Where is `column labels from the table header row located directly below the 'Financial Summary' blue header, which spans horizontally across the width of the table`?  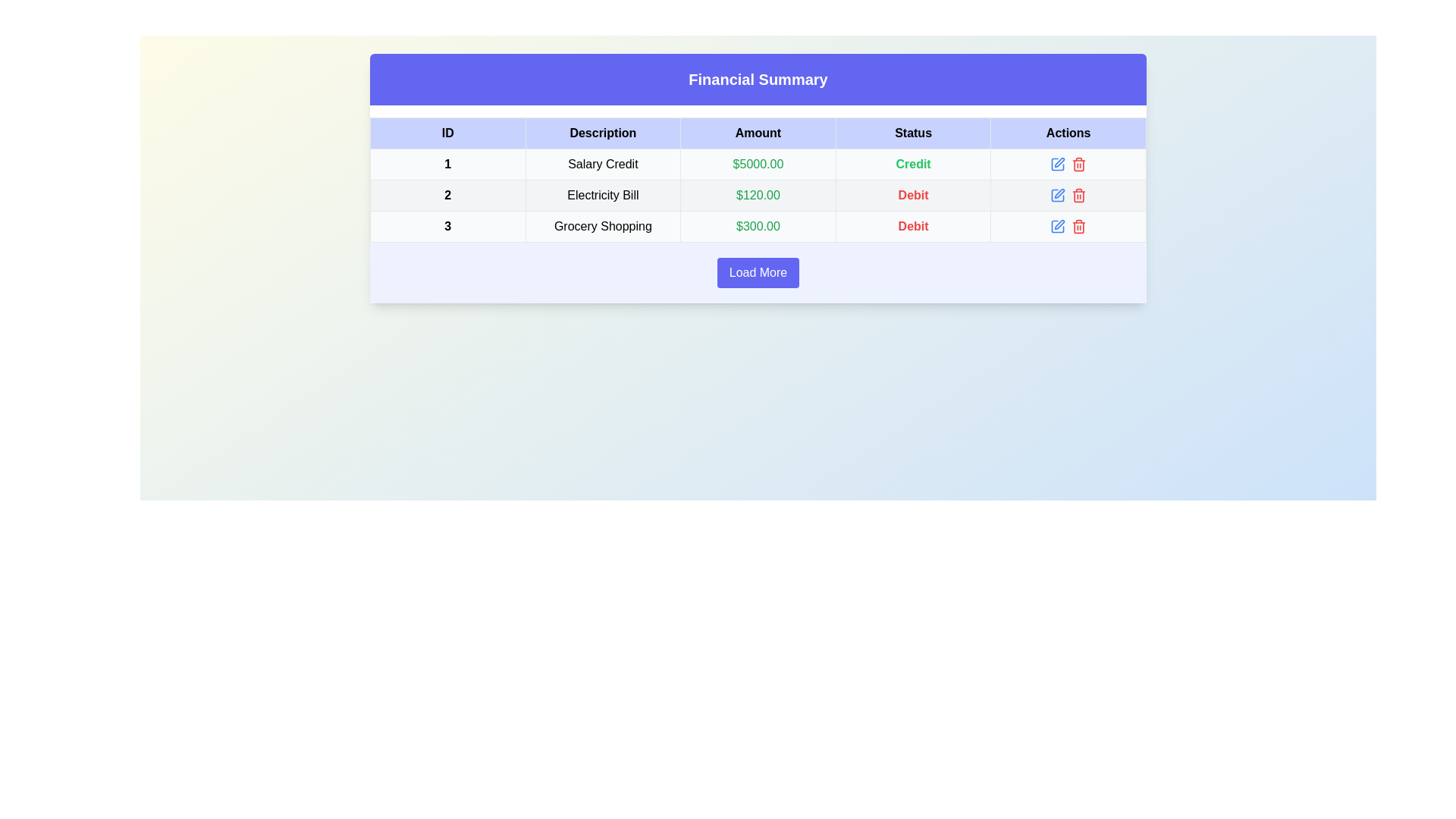 column labels from the table header row located directly below the 'Financial Summary' blue header, which spans horizontally across the width of the table is located at coordinates (758, 133).